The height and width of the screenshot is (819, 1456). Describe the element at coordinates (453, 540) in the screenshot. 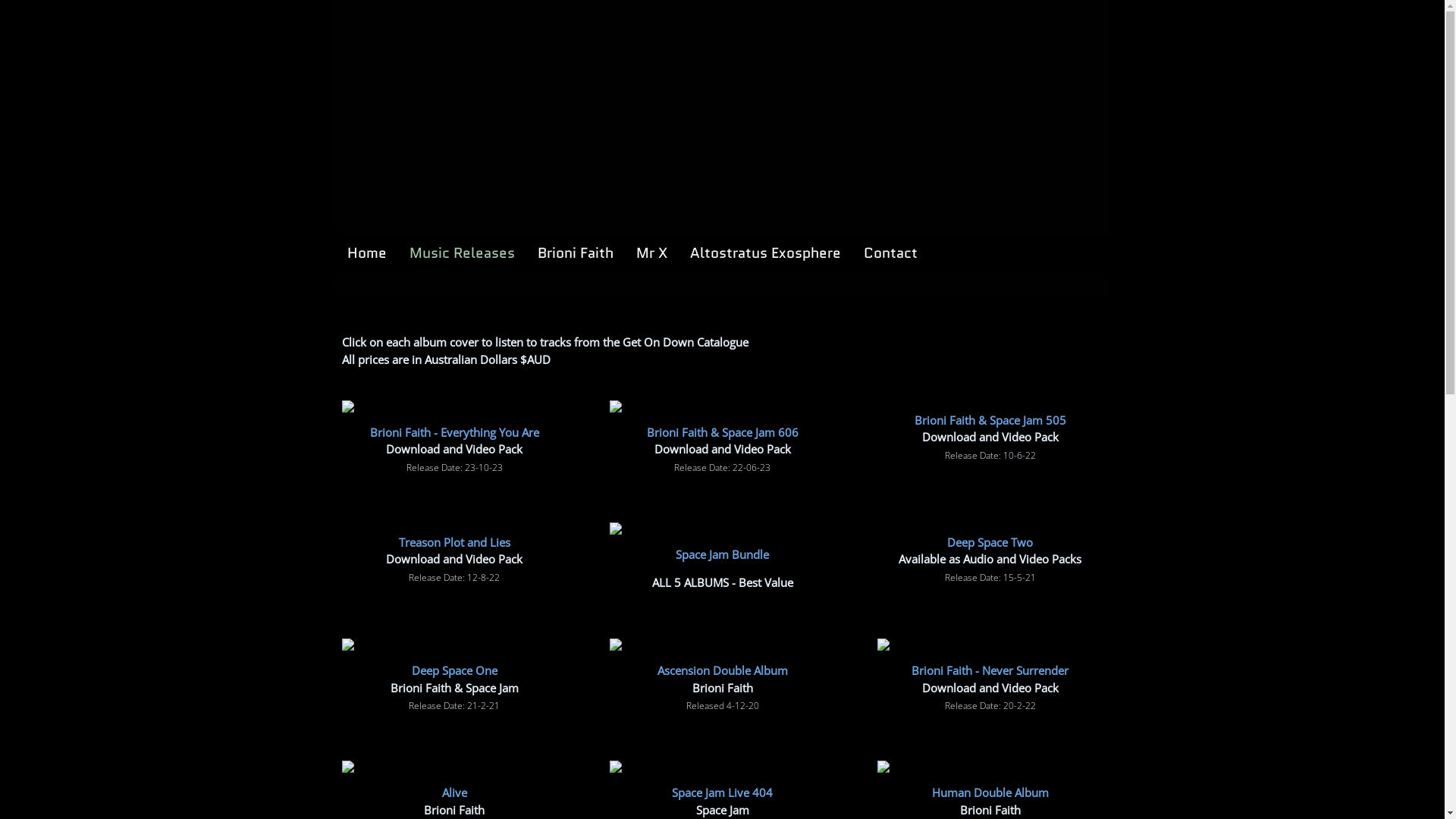

I see `'Treason Plot and Lies'` at that location.